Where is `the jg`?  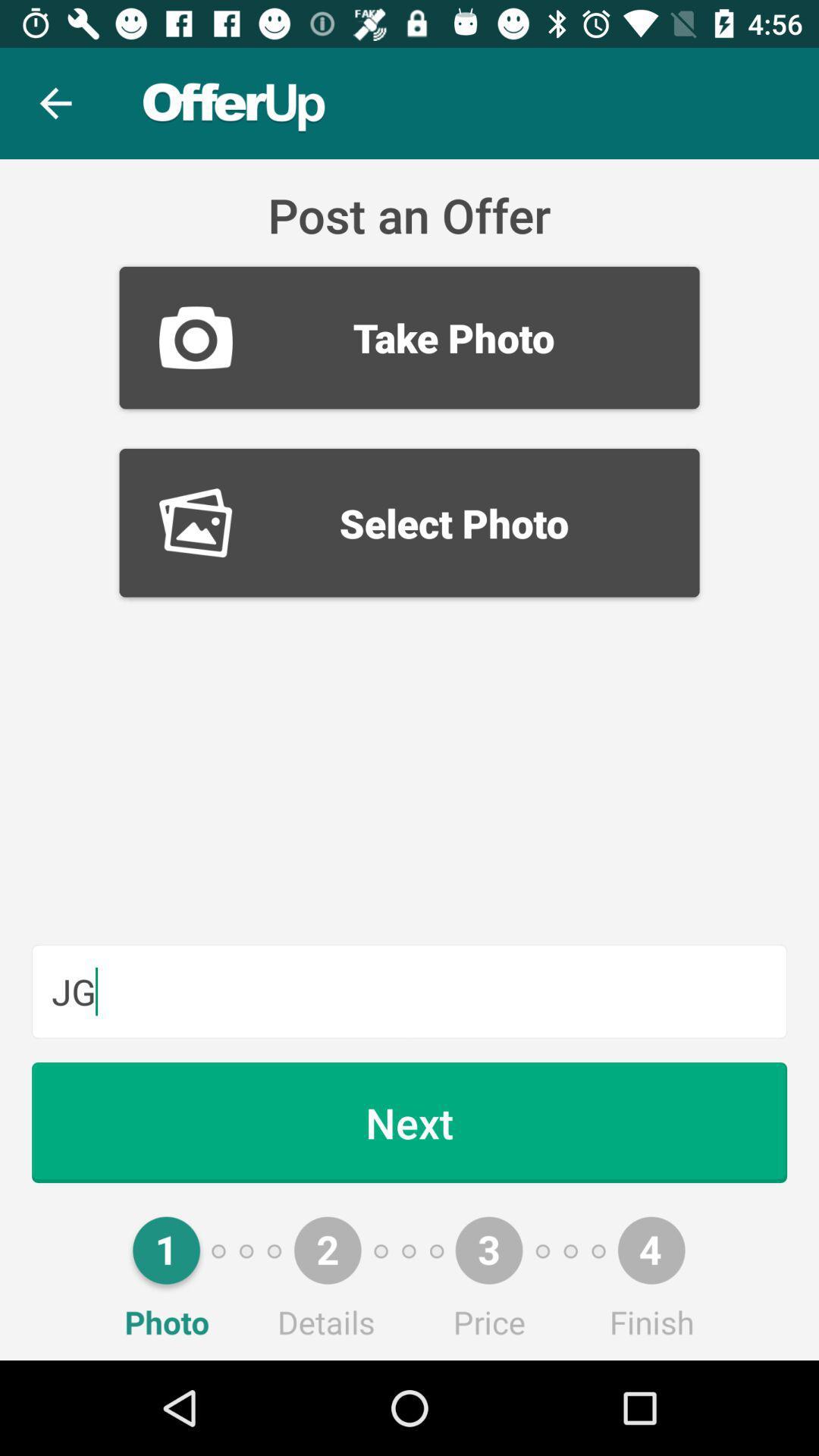 the jg is located at coordinates (409, 991).